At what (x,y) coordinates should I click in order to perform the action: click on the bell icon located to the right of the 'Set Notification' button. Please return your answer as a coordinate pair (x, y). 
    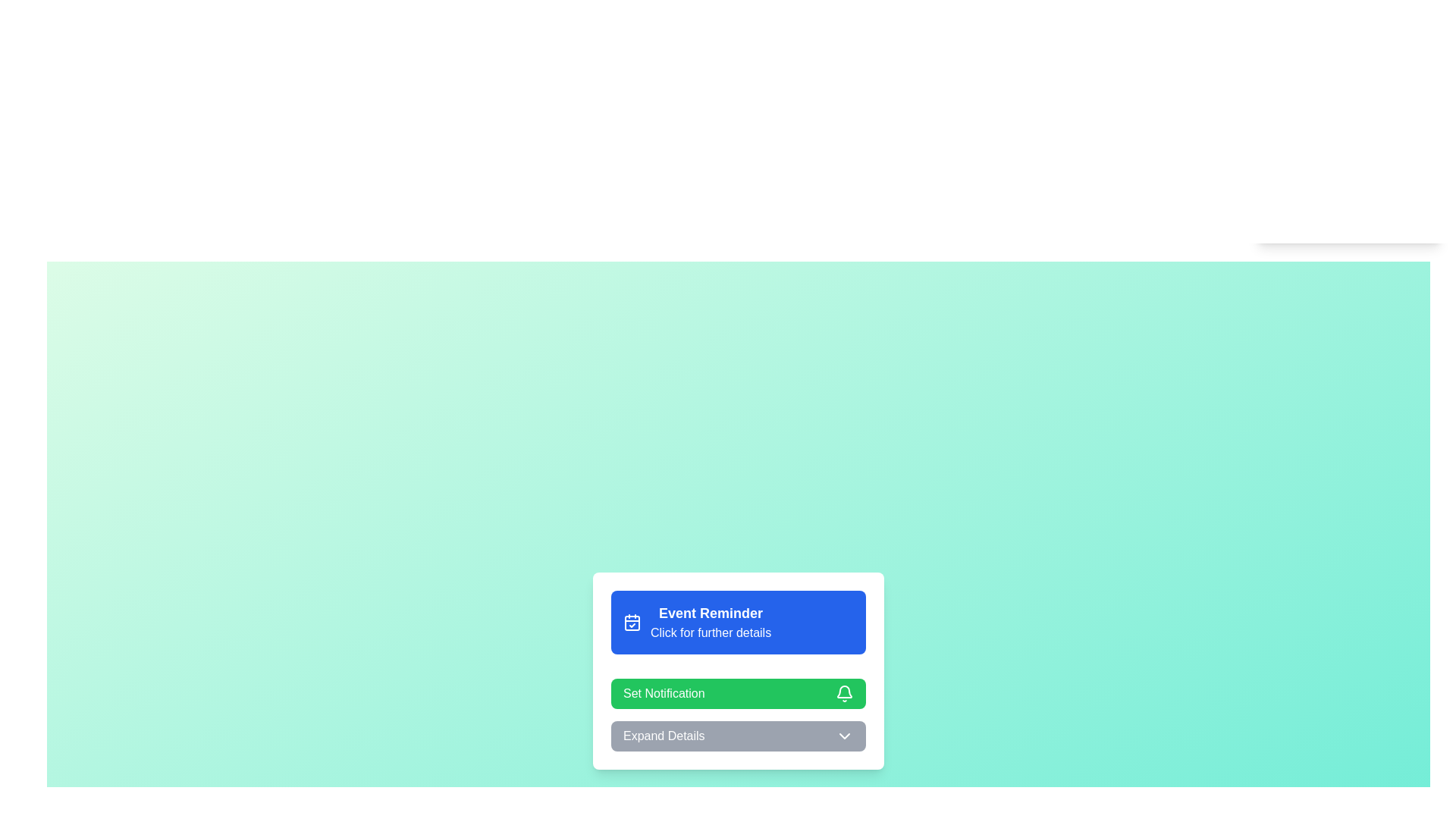
    Looking at the image, I should click on (843, 693).